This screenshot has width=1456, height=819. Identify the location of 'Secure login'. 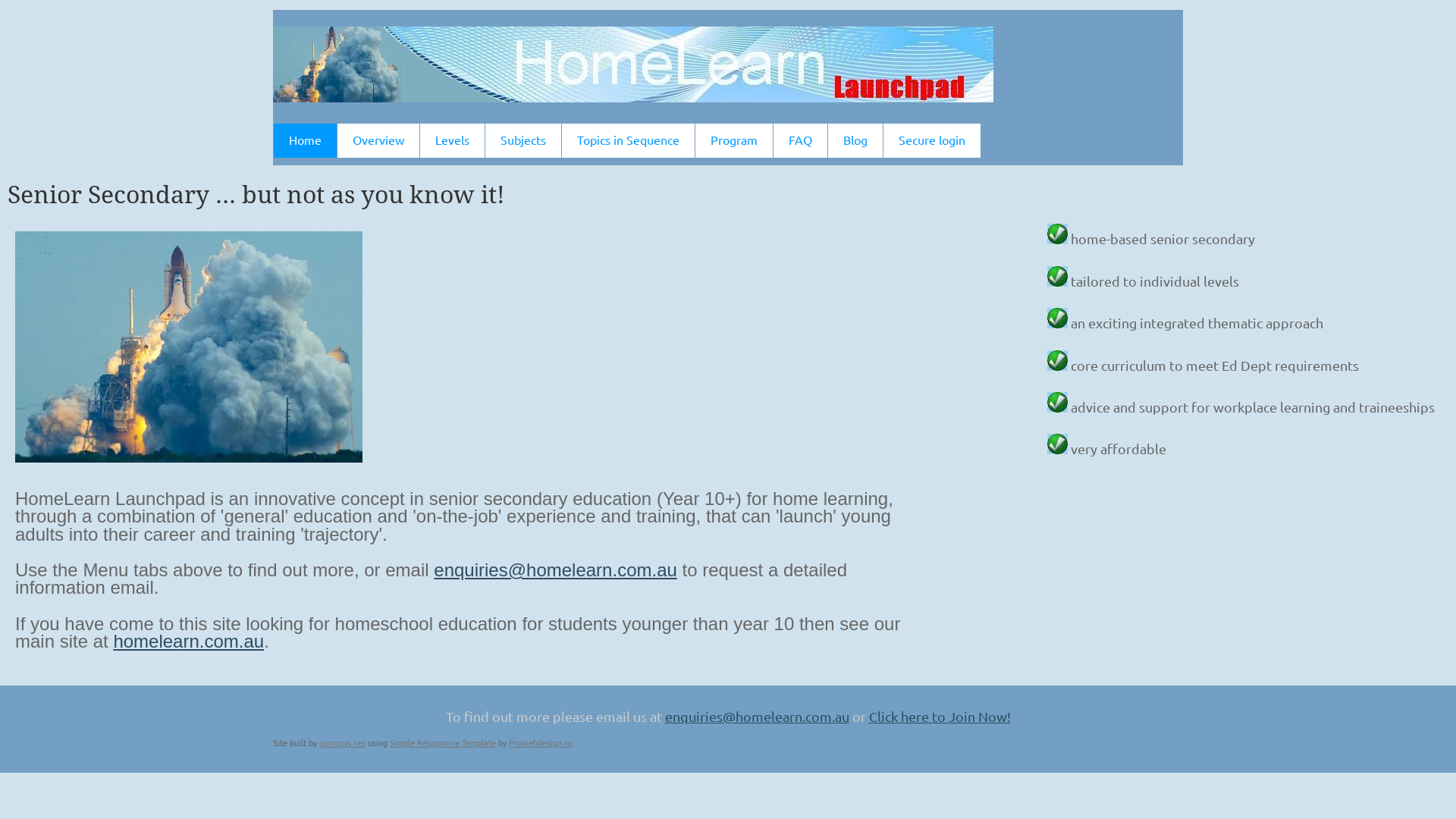
(930, 140).